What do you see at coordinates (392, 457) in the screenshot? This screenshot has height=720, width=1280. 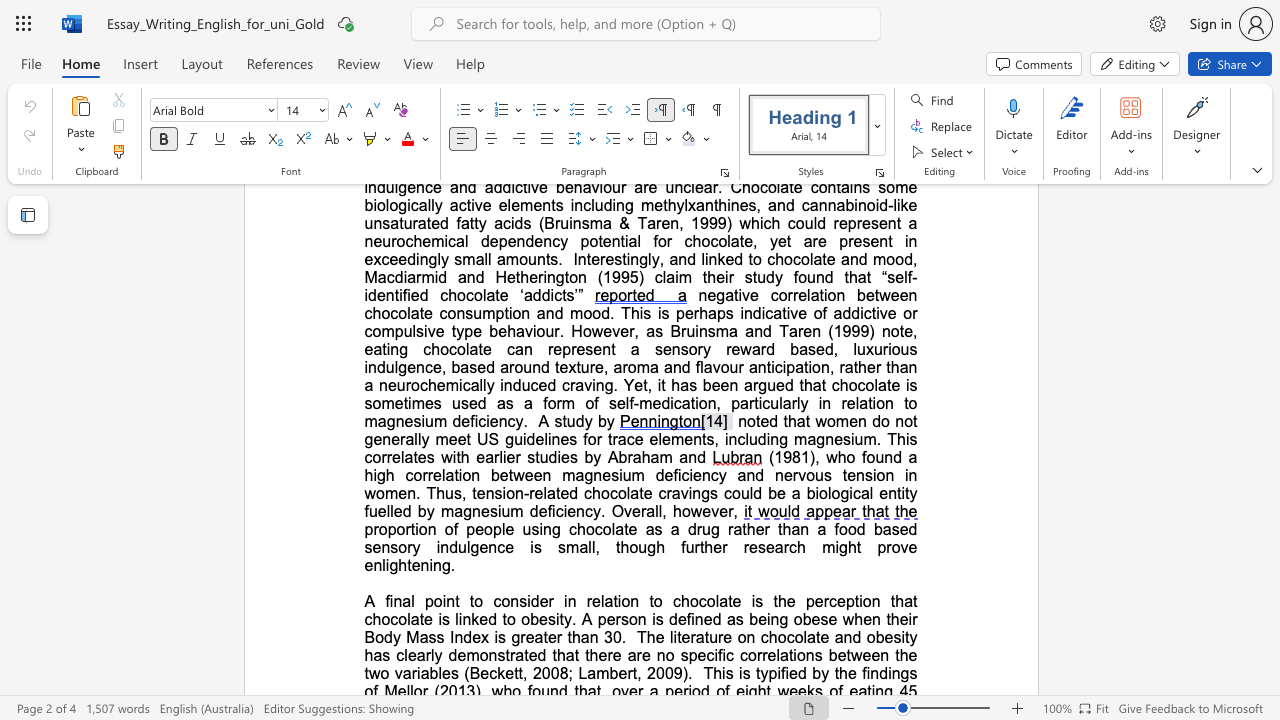 I see `the subset text "elates with earlier studies by Abraha" within the text "US guidelines for trace elements, including magnesium. This correlates with earlier studies by Abraham and"` at bounding box center [392, 457].